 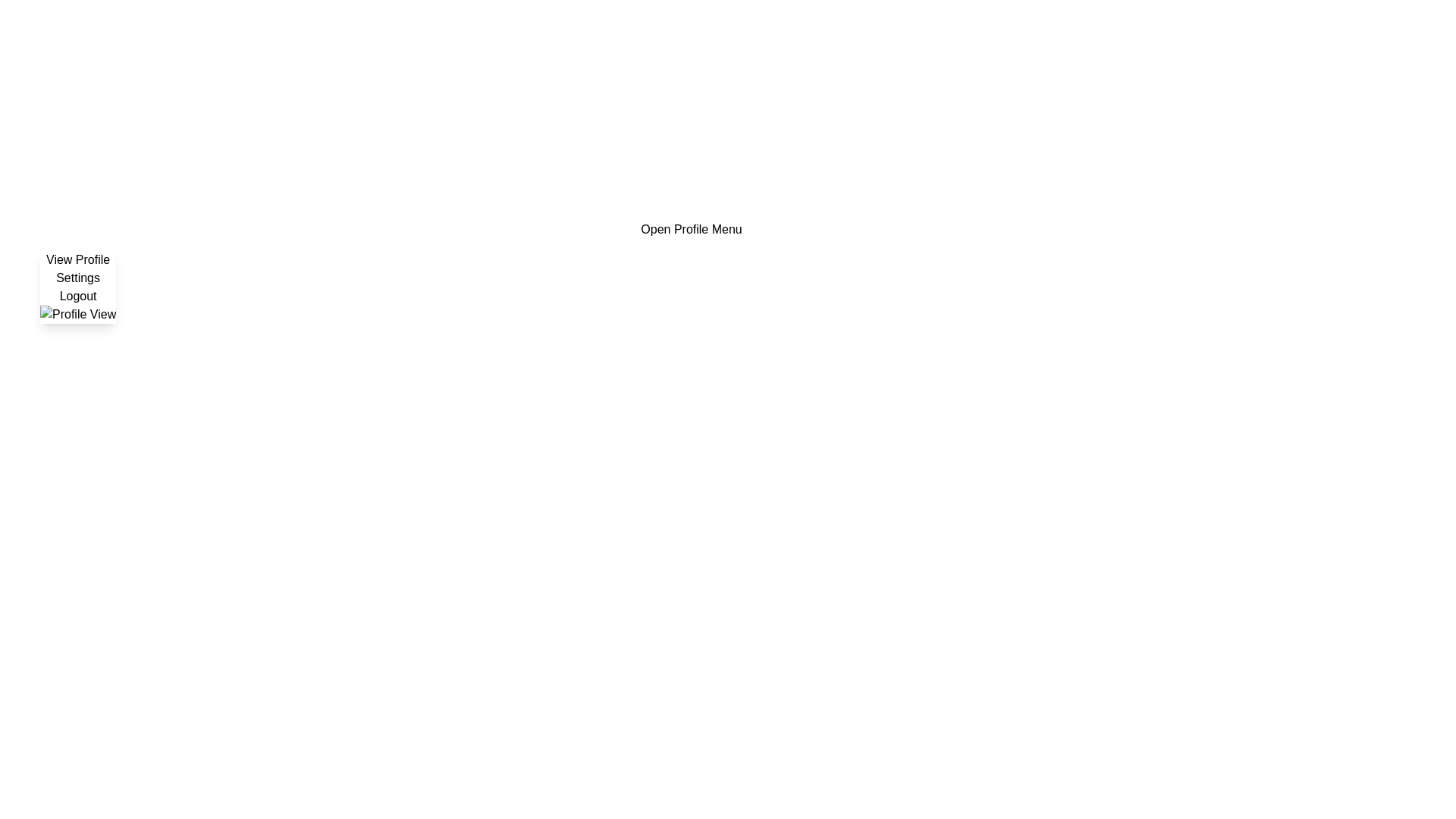 What do you see at coordinates (77, 278) in the screenshot?
I see `the Text Label that serves as a navigation link for accessing the settings interface, located between 'View Profile' and 'Logout'` at bounding box center [77, 278].